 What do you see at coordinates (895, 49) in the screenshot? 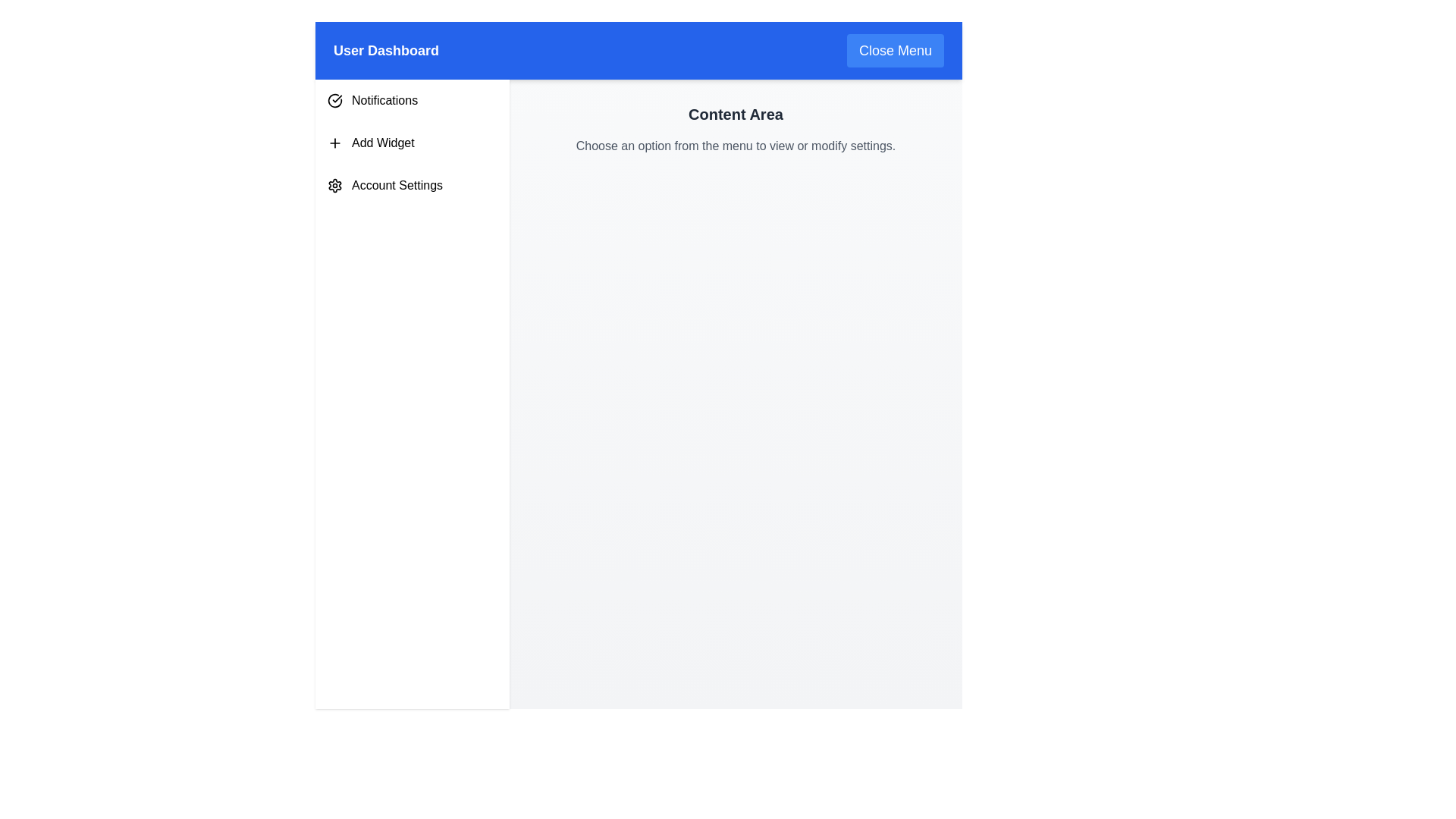
I see `the 'Close Menu' button, which is a rectangular button with a blue background and white text, located in the top-right section of the header next to 'User Dashboard'` at bounding box center [895, 49].